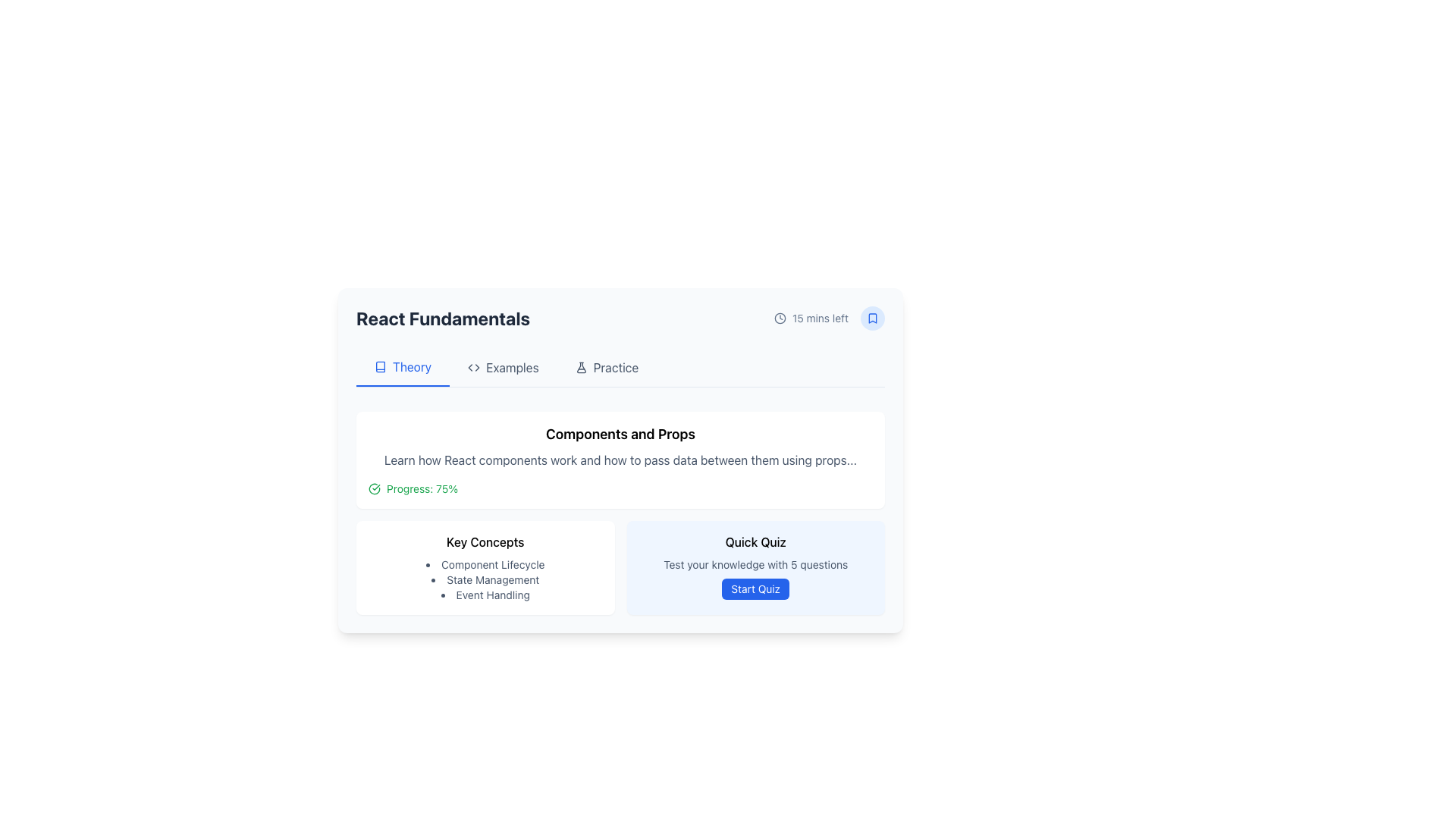 The width and height of the screenshot is (1456, 819). I want to click on the bookmark button located in the top-right corner of the 'React Fundamentals' card to bookmark or unbookmark the associated content, so click(873, 318).